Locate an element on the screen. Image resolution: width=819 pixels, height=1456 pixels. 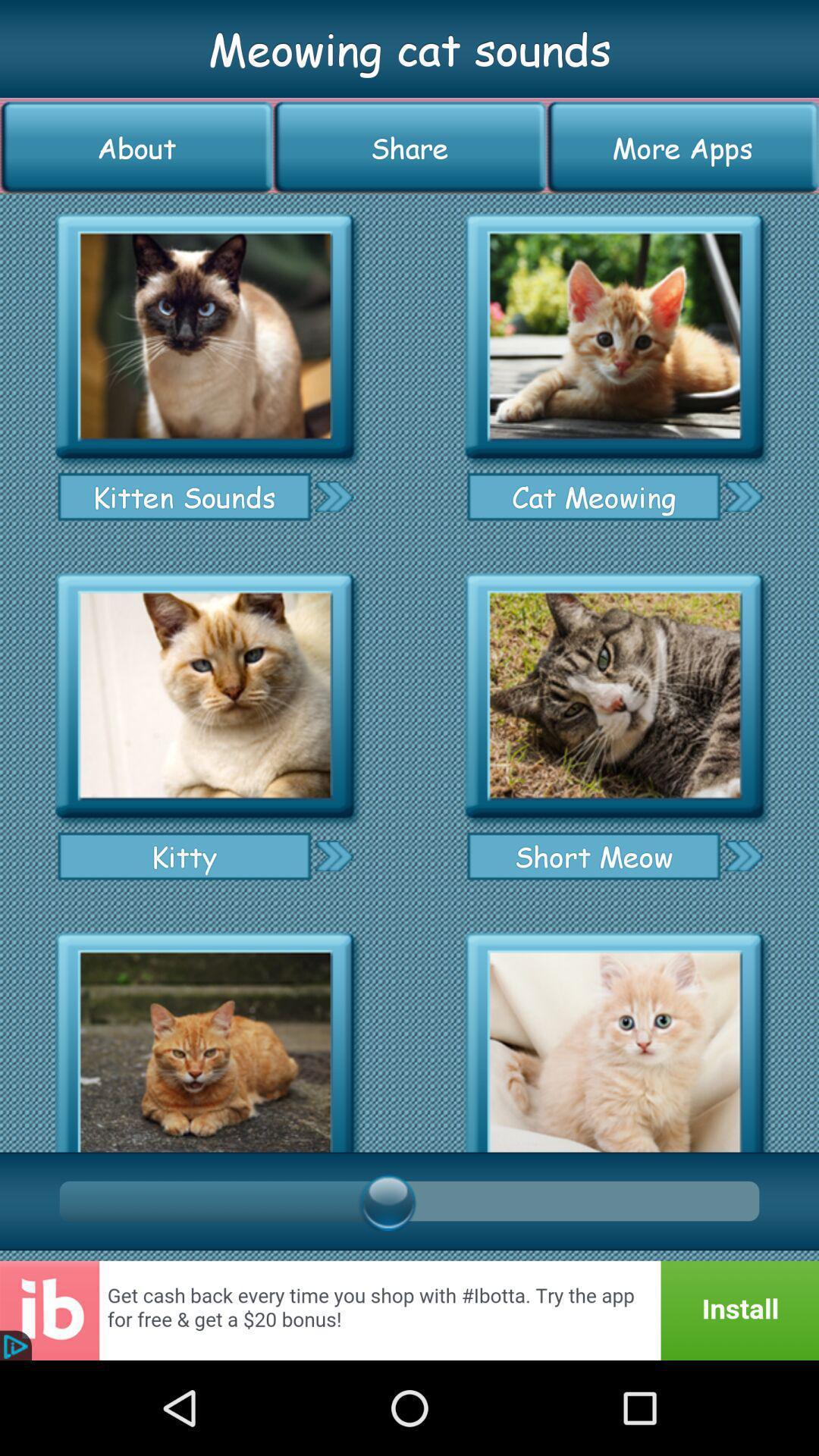
icon below meowing cat sounds app is located at coordinates (409, 147).